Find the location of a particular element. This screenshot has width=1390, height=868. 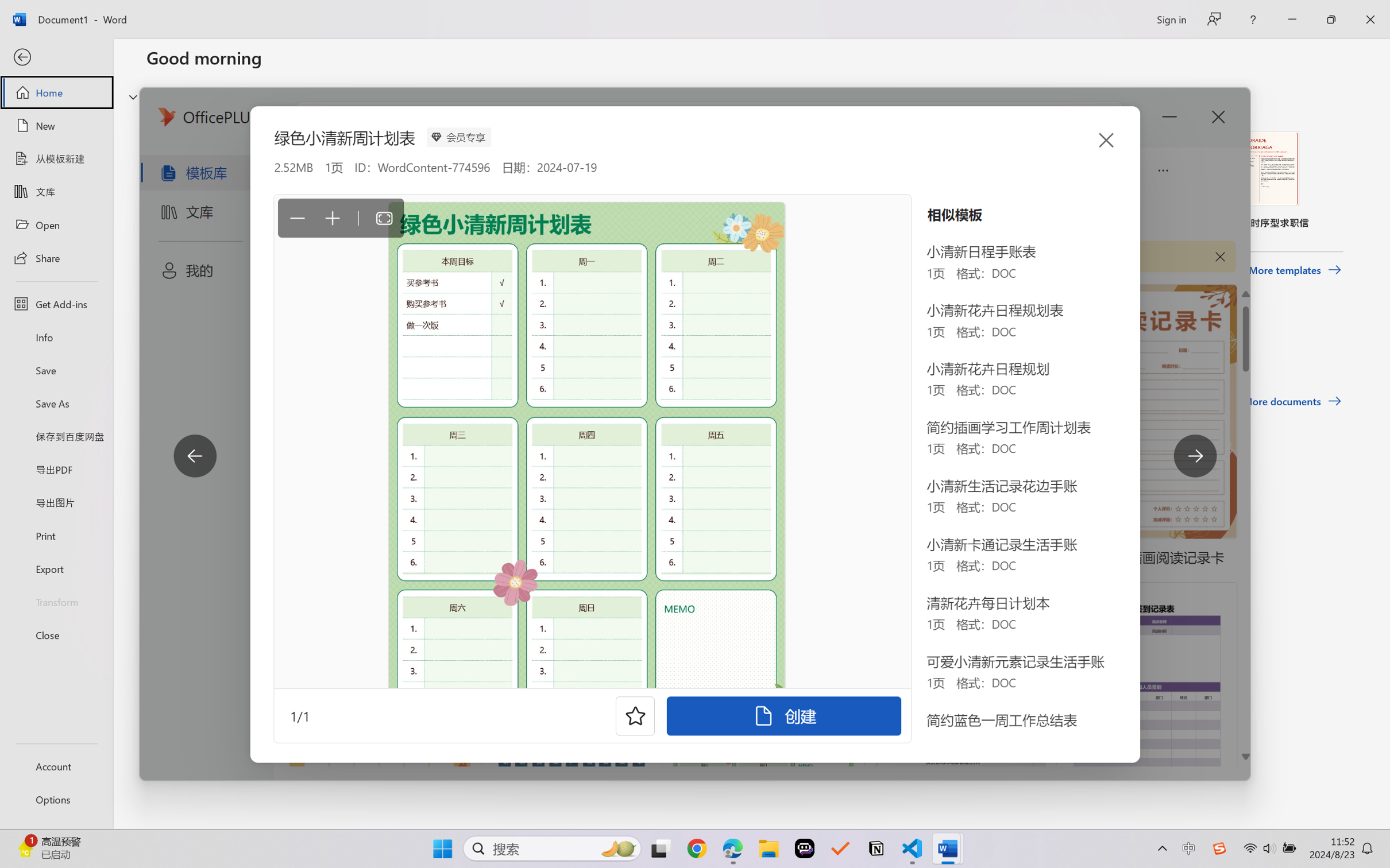

'Sign in' is located at coordinates (1170, 19).